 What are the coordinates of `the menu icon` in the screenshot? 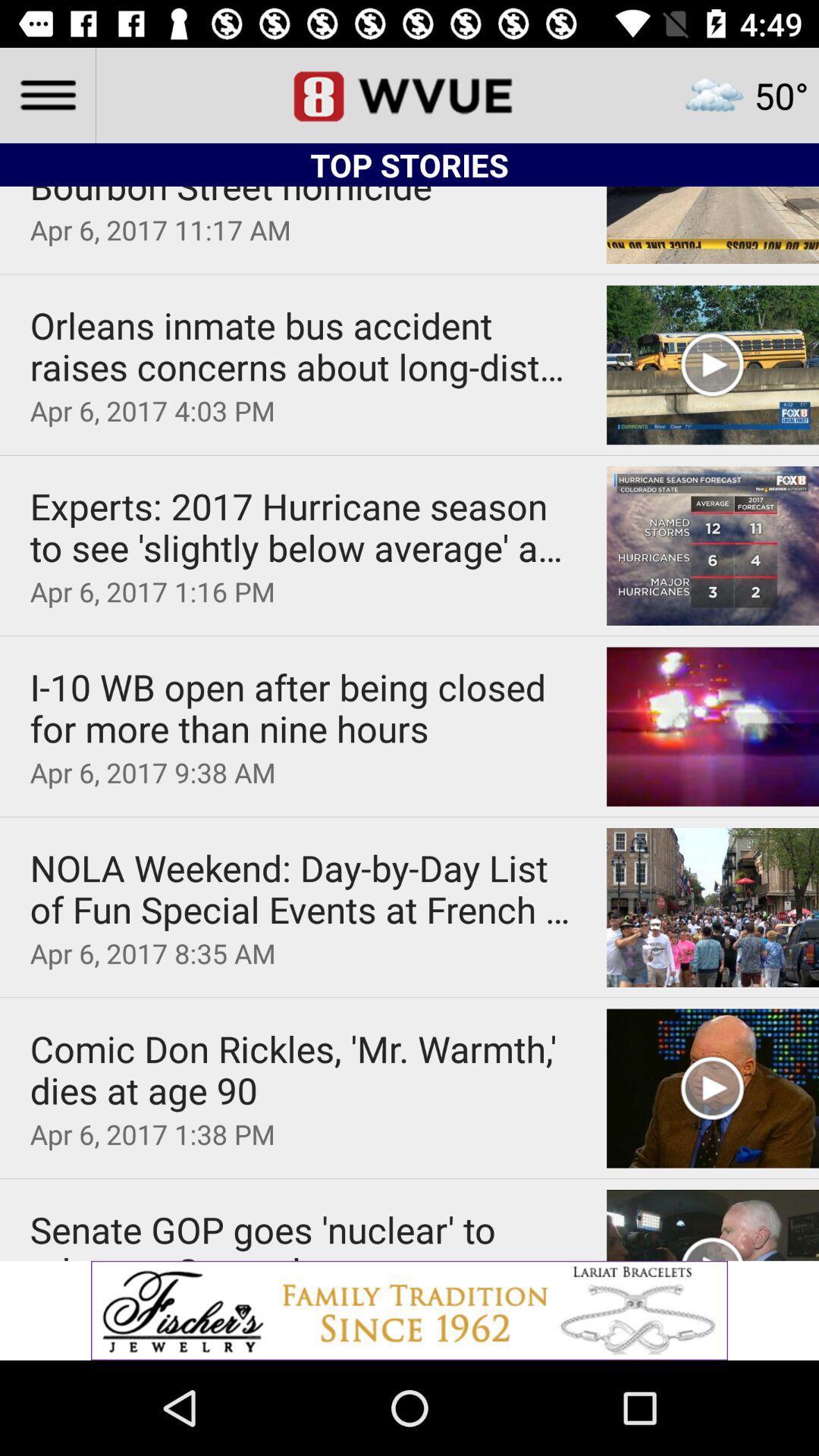 It's located at (46, 94).